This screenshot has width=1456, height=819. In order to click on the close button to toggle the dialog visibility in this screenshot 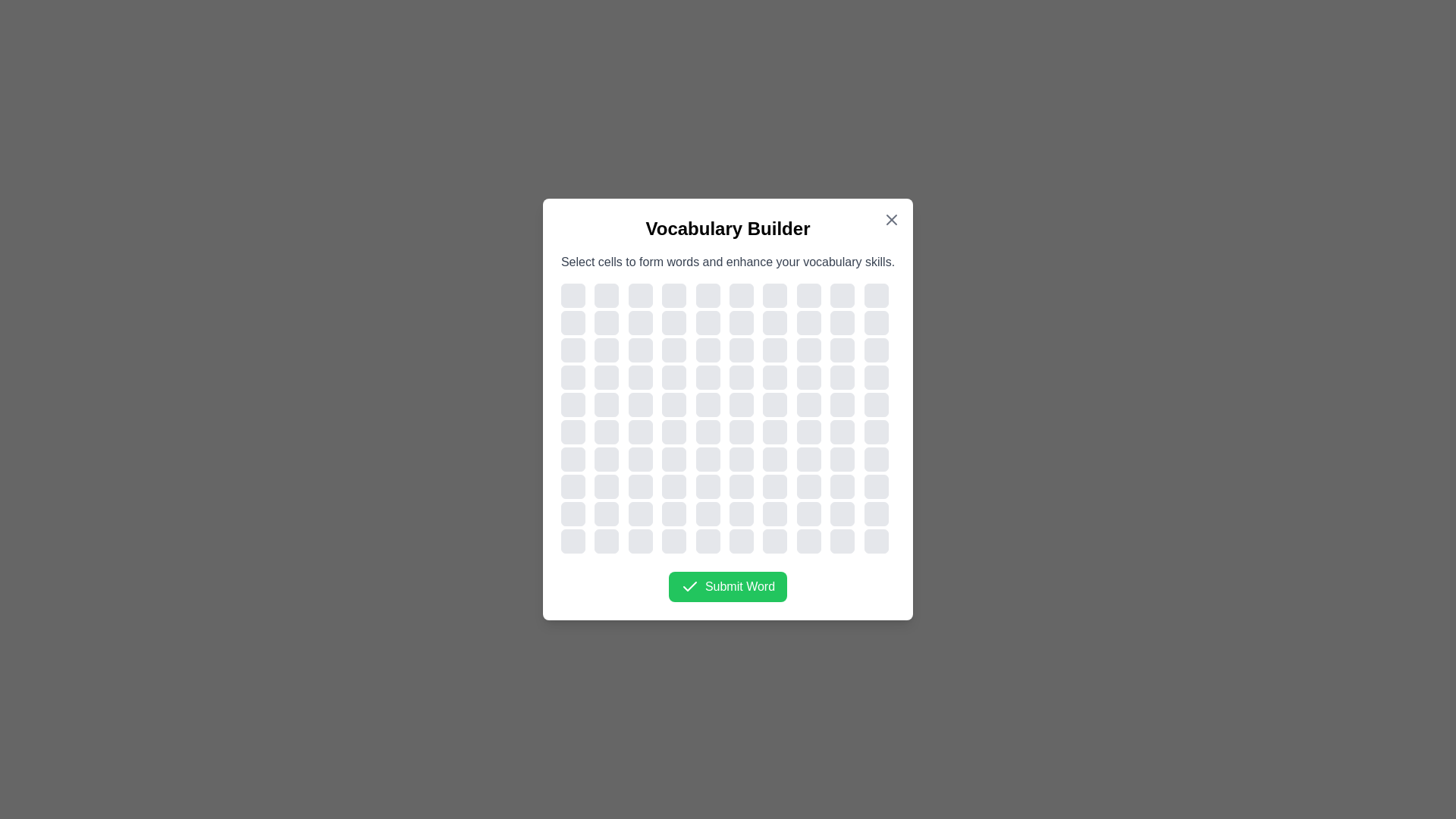, I will do `click(892, 219)`.